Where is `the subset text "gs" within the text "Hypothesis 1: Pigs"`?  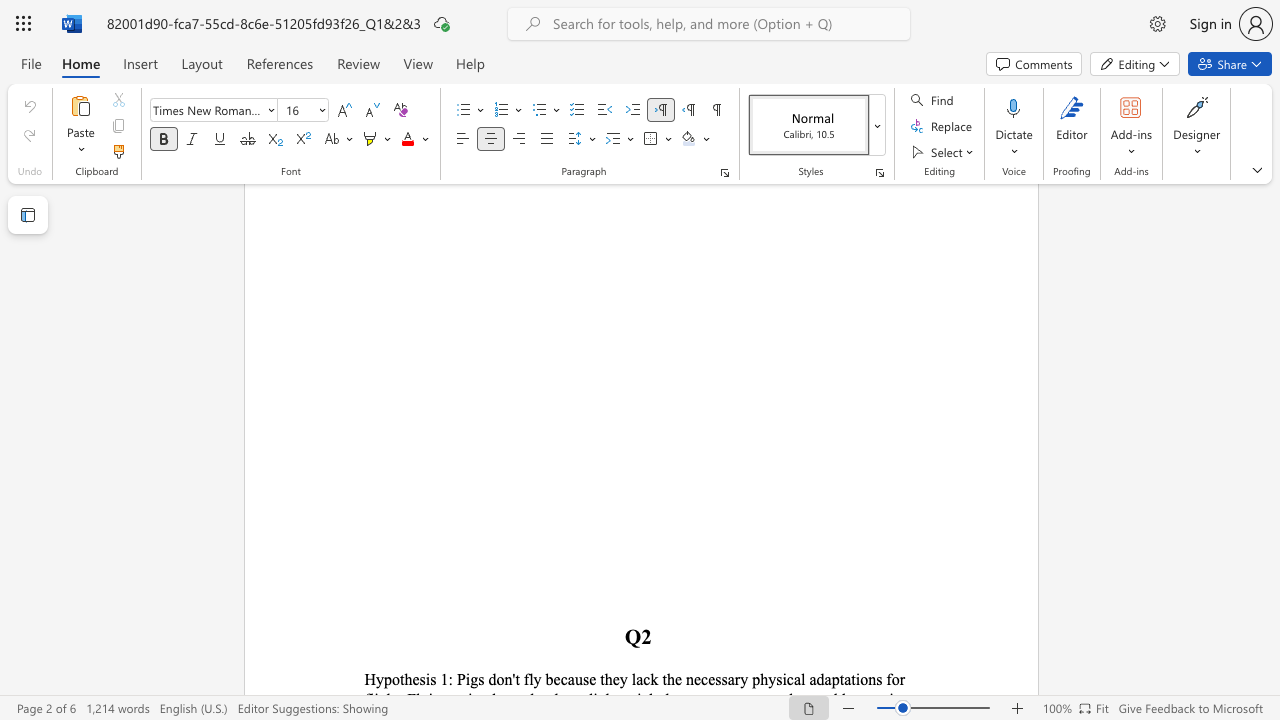 the subset text "gs" within the text "Hypothesis 1: Pigs" is located at coordinates (469, 678).